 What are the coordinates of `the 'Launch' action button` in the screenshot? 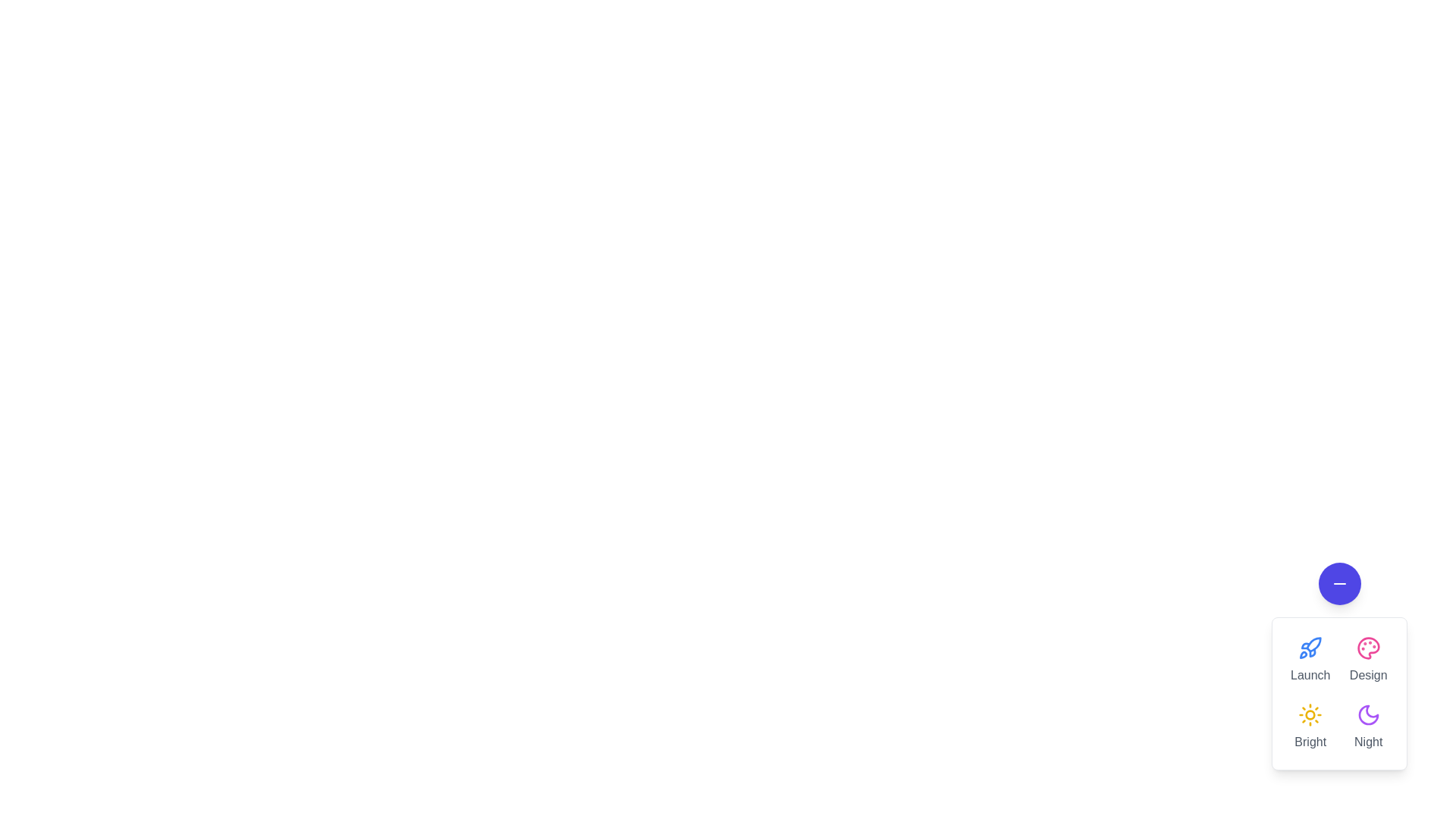 It's located at (1310, 660).